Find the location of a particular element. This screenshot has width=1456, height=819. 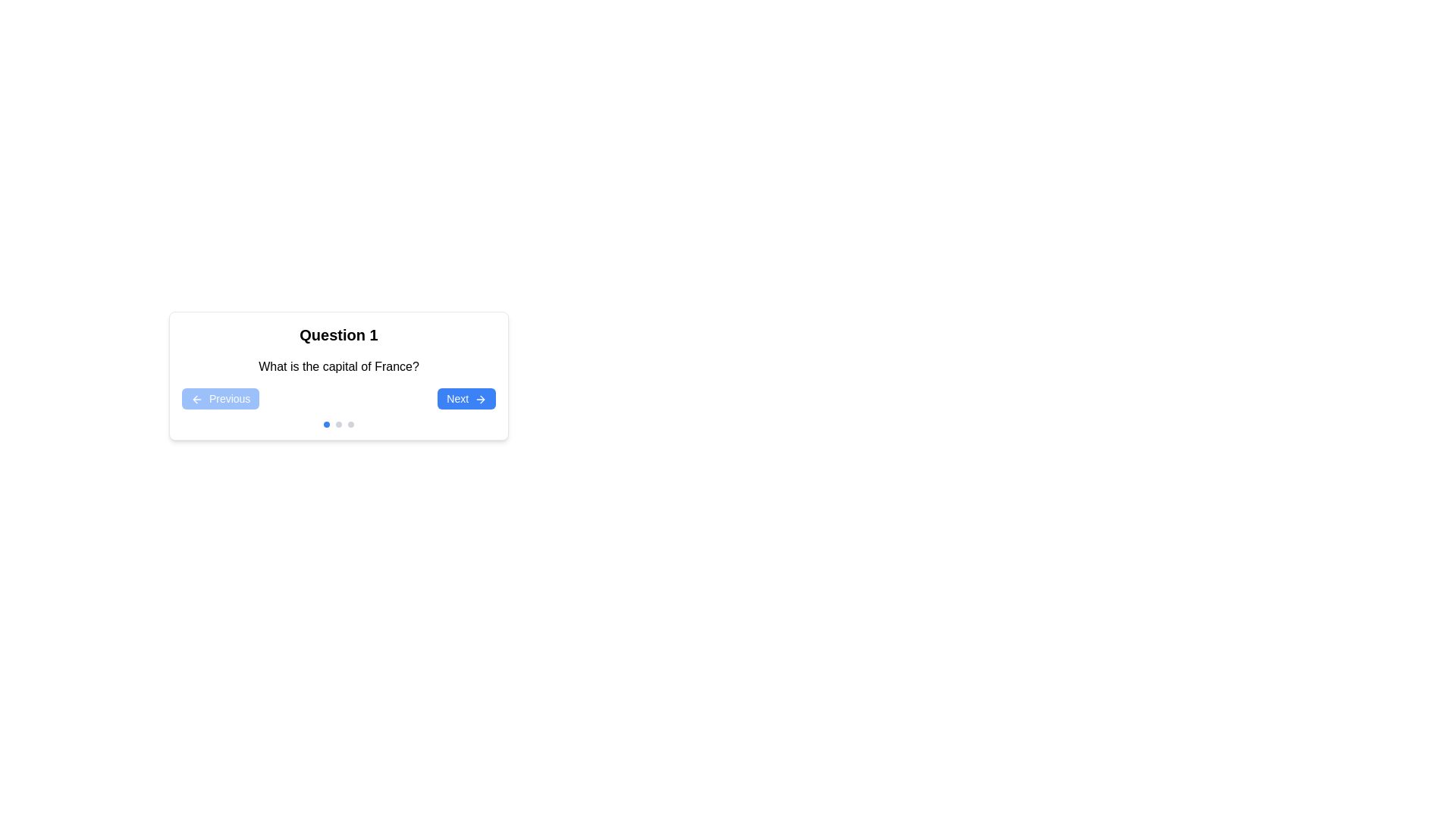

the 'Previous' button which contains a leftward pointing icon as a visual indicator for navigation is located at coordinates (194, 399).